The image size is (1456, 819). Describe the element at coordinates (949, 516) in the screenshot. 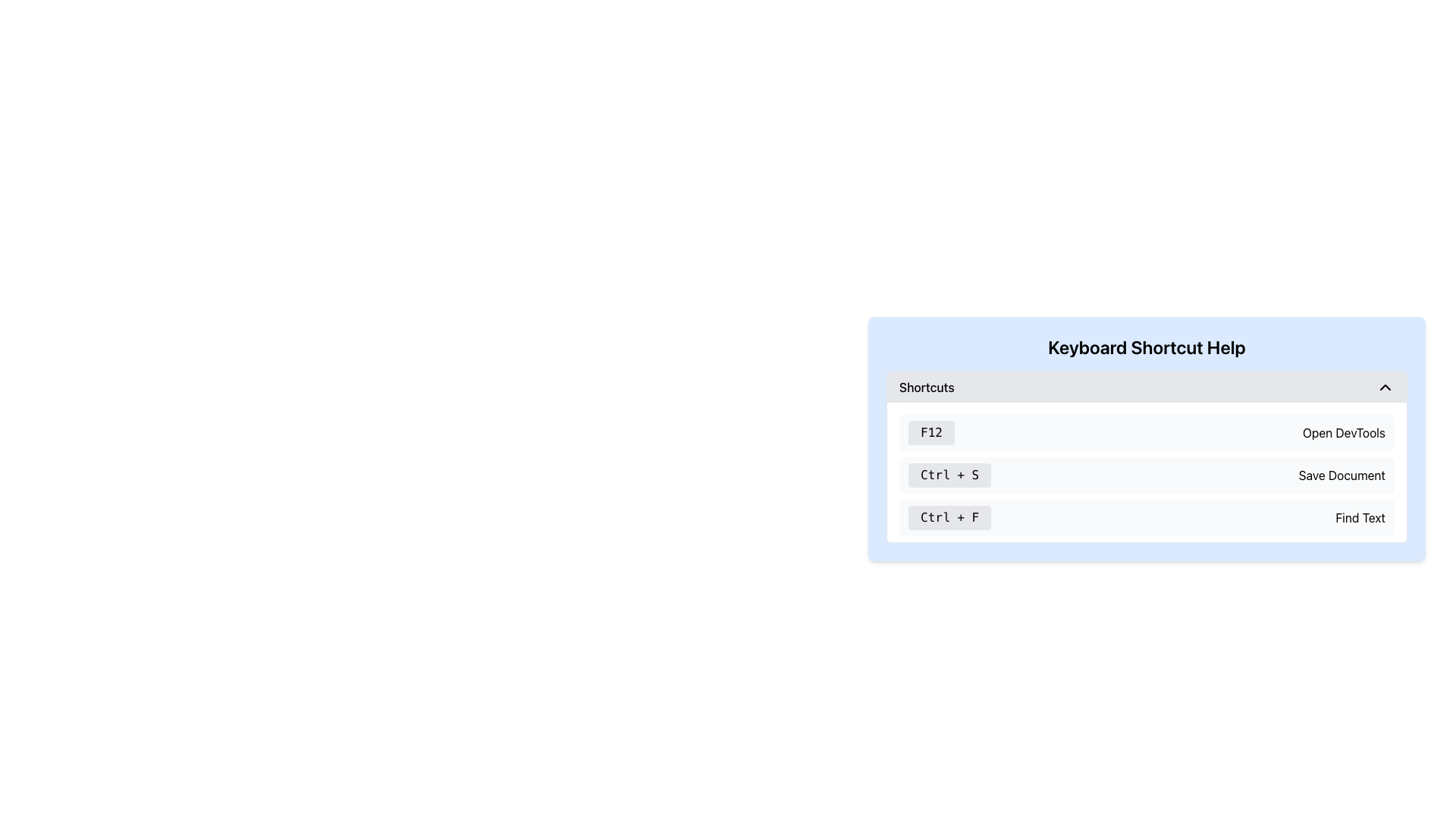

I see `the 'Ctrl + F' button which indicates the 'Find Text' function located in the 'Keyboard Shortcut Help' section` at that location.